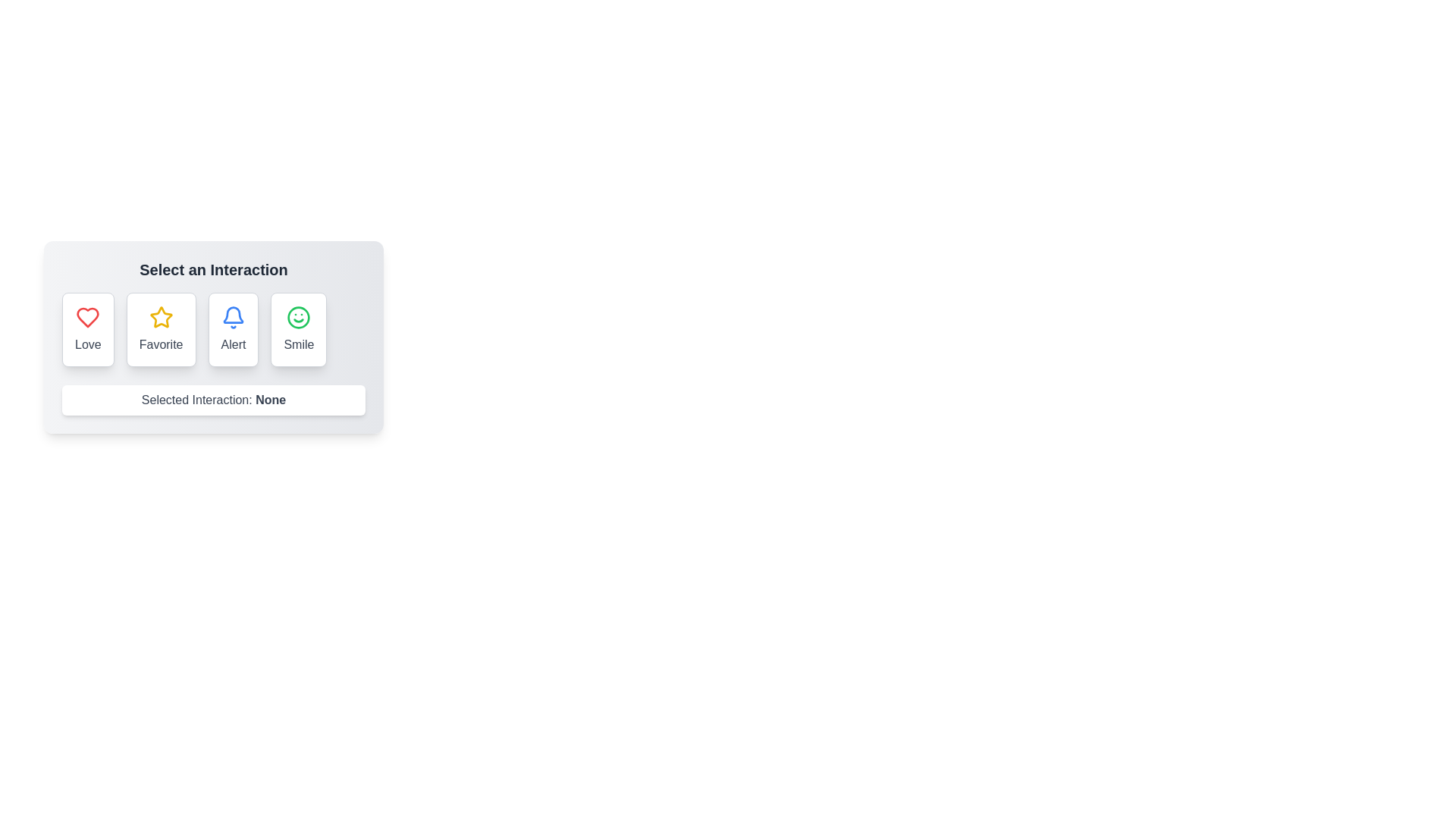  Describe the element at coordinates (160, 329) in the screenshot. I see `the button labeled Favorite to observe the hover effect` at that location.